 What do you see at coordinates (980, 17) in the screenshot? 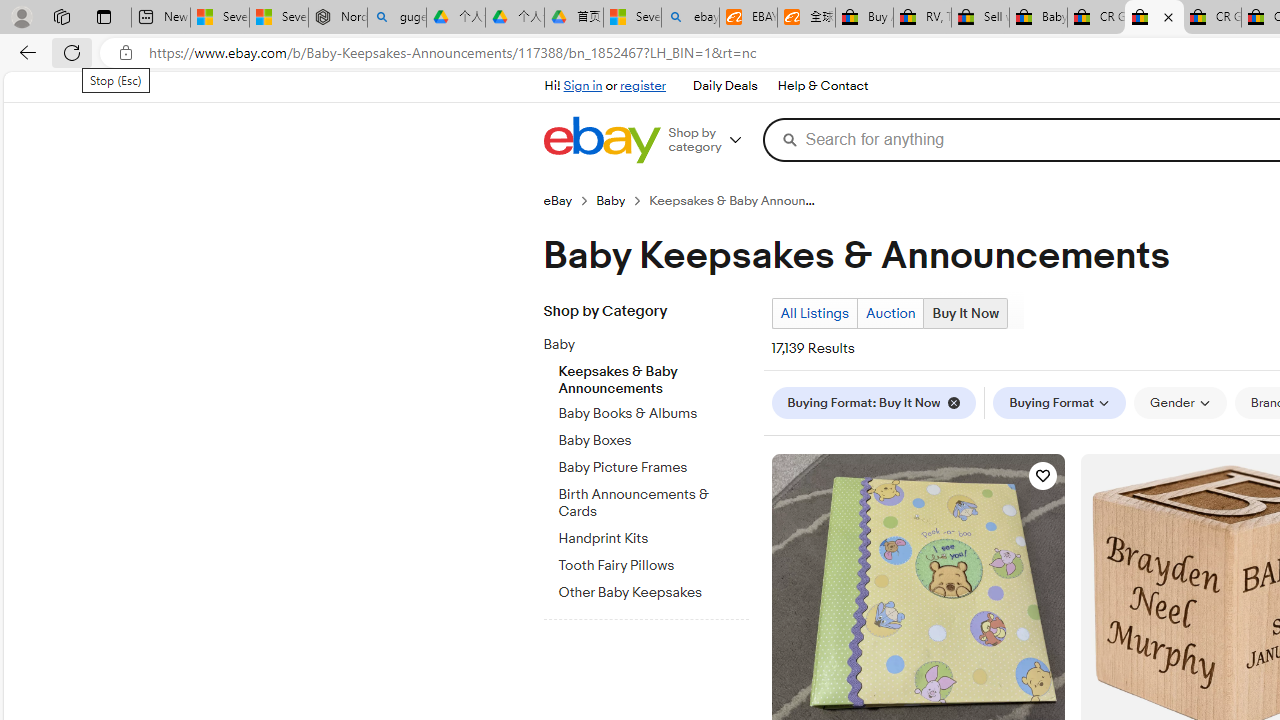
I see `'Sell worldwide with eBay'` at bounding box center [980, 17].